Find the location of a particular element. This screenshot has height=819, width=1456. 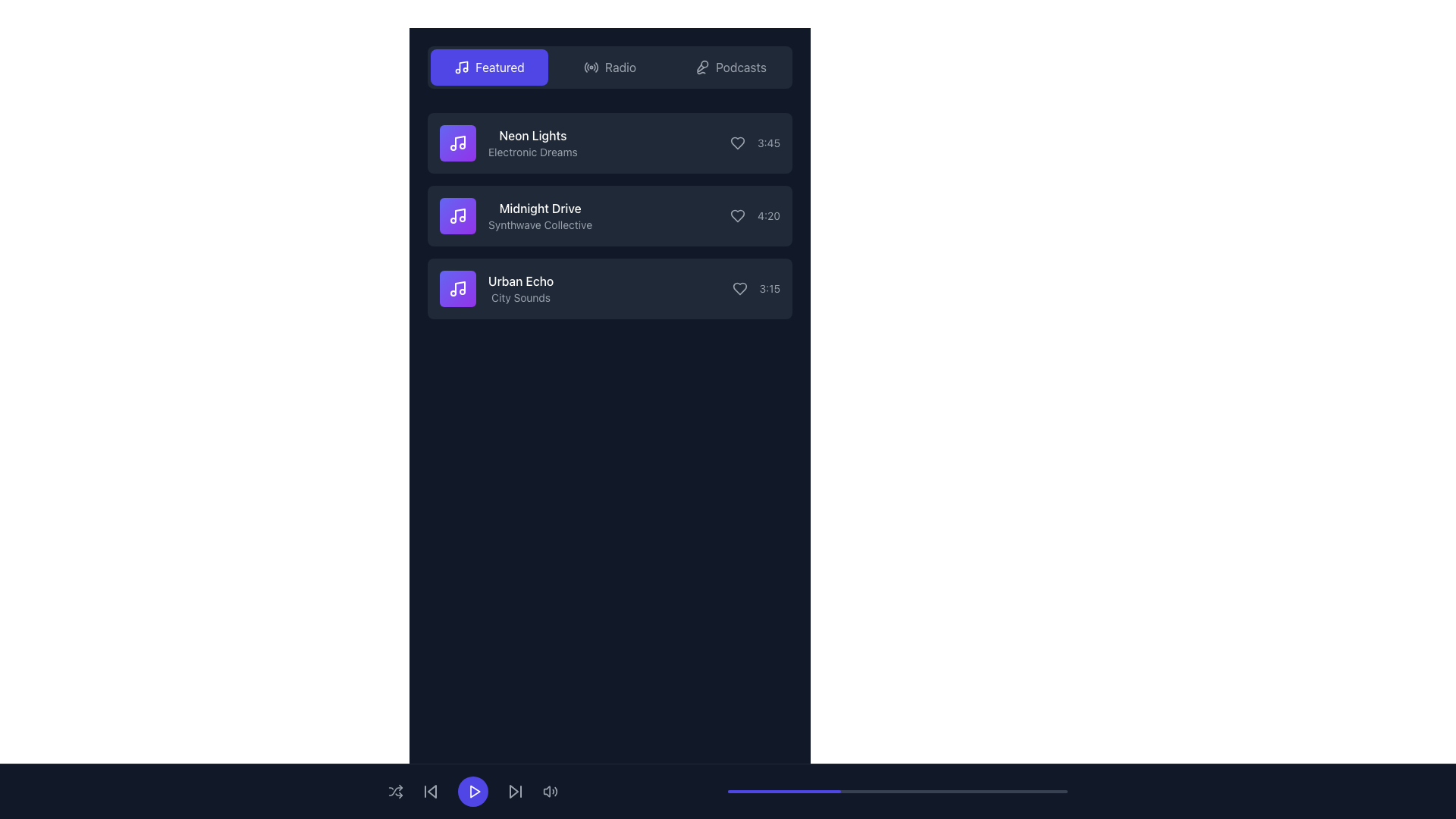

the label indicating the total playback time for the track 'Midnight Drive', located to the right side of the row near the heart icon is located at coordinates (755, 216).